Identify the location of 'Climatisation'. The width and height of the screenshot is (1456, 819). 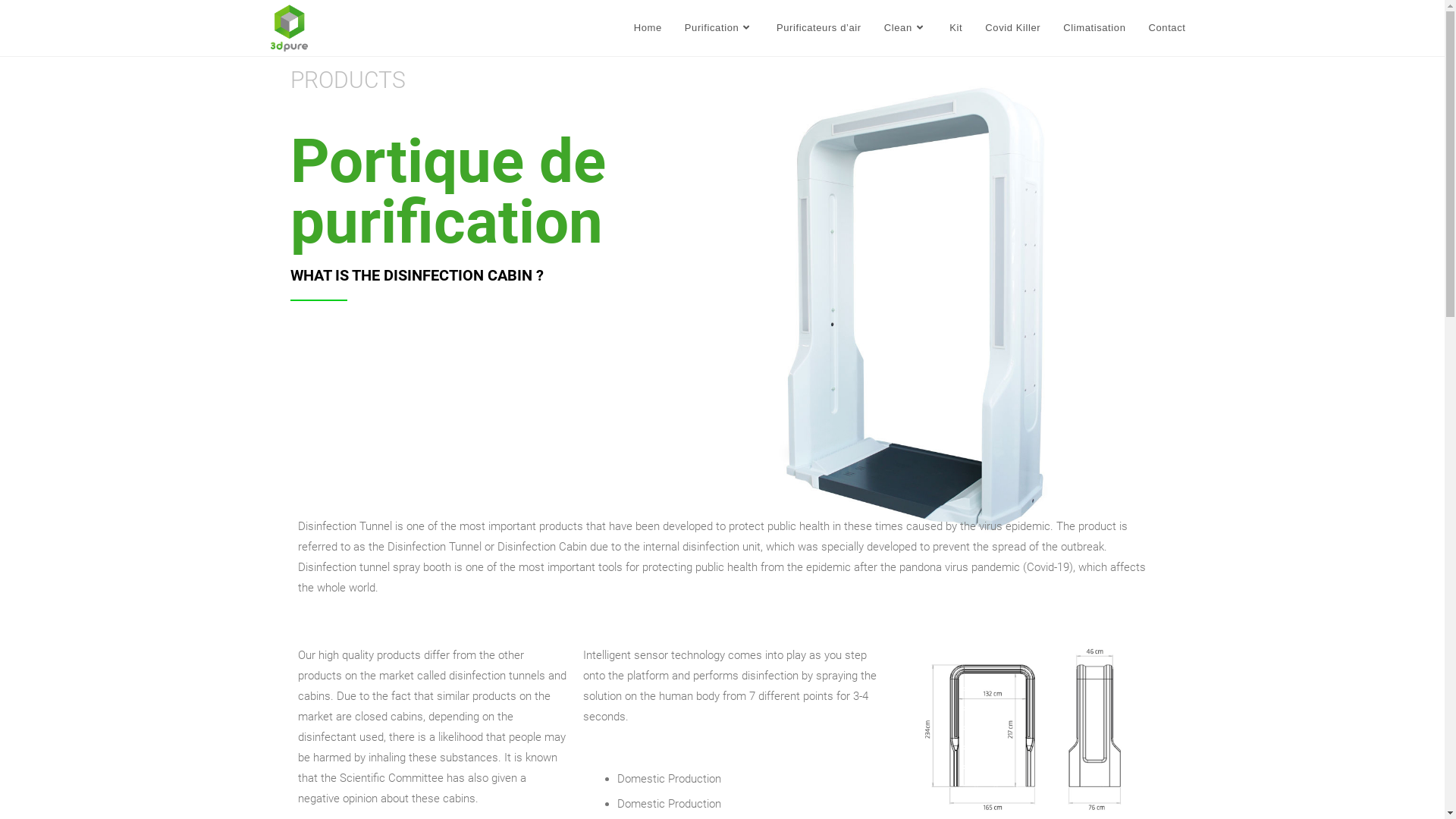
(1094, 28).